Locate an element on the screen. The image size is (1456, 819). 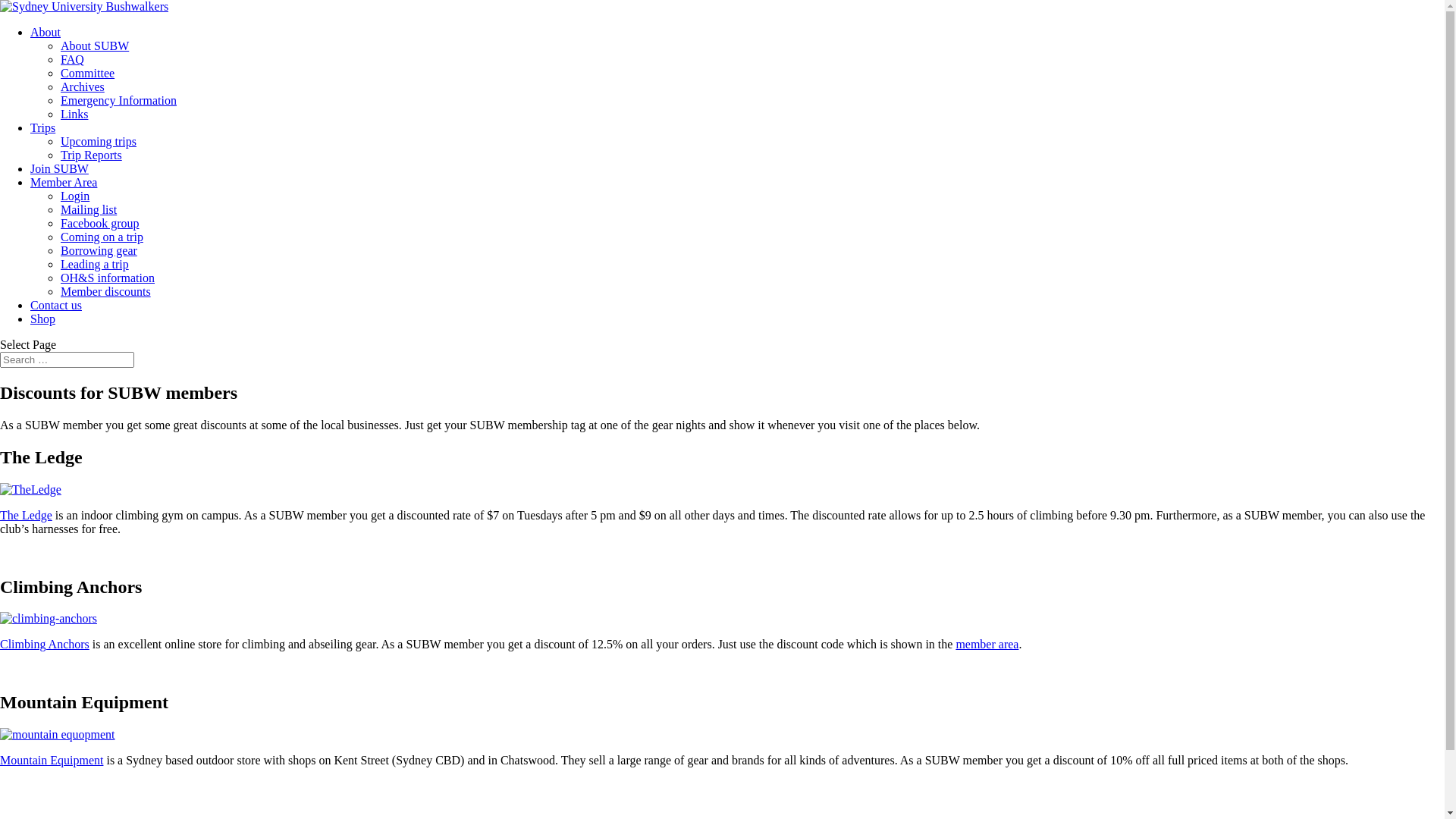
'Links' is located at coordinates (73, 113).